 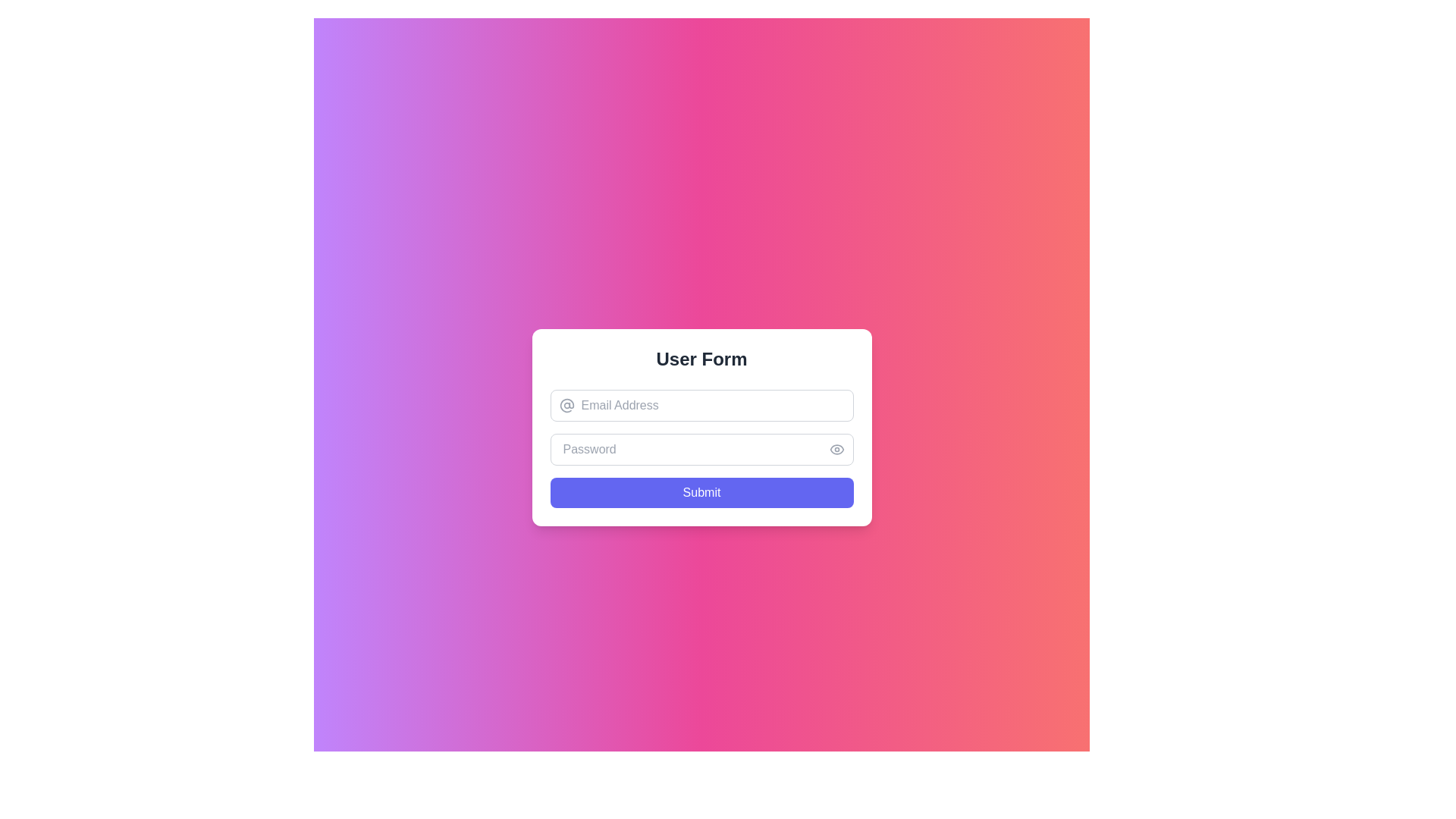 I want to click on the eye icon button located on the right side of the password input field, so click(x=836, y=449).